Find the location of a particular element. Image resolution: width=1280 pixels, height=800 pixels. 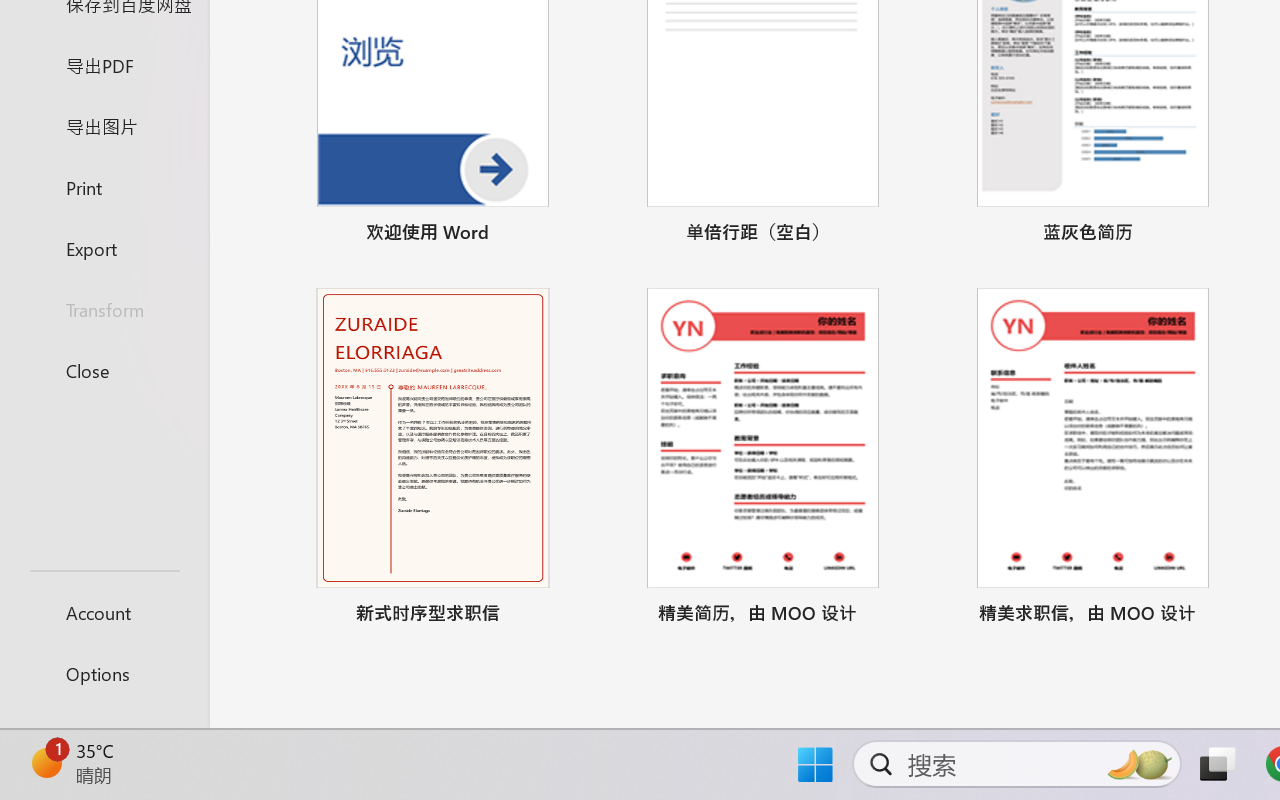

'Options' is located at coordinates (103, 673).